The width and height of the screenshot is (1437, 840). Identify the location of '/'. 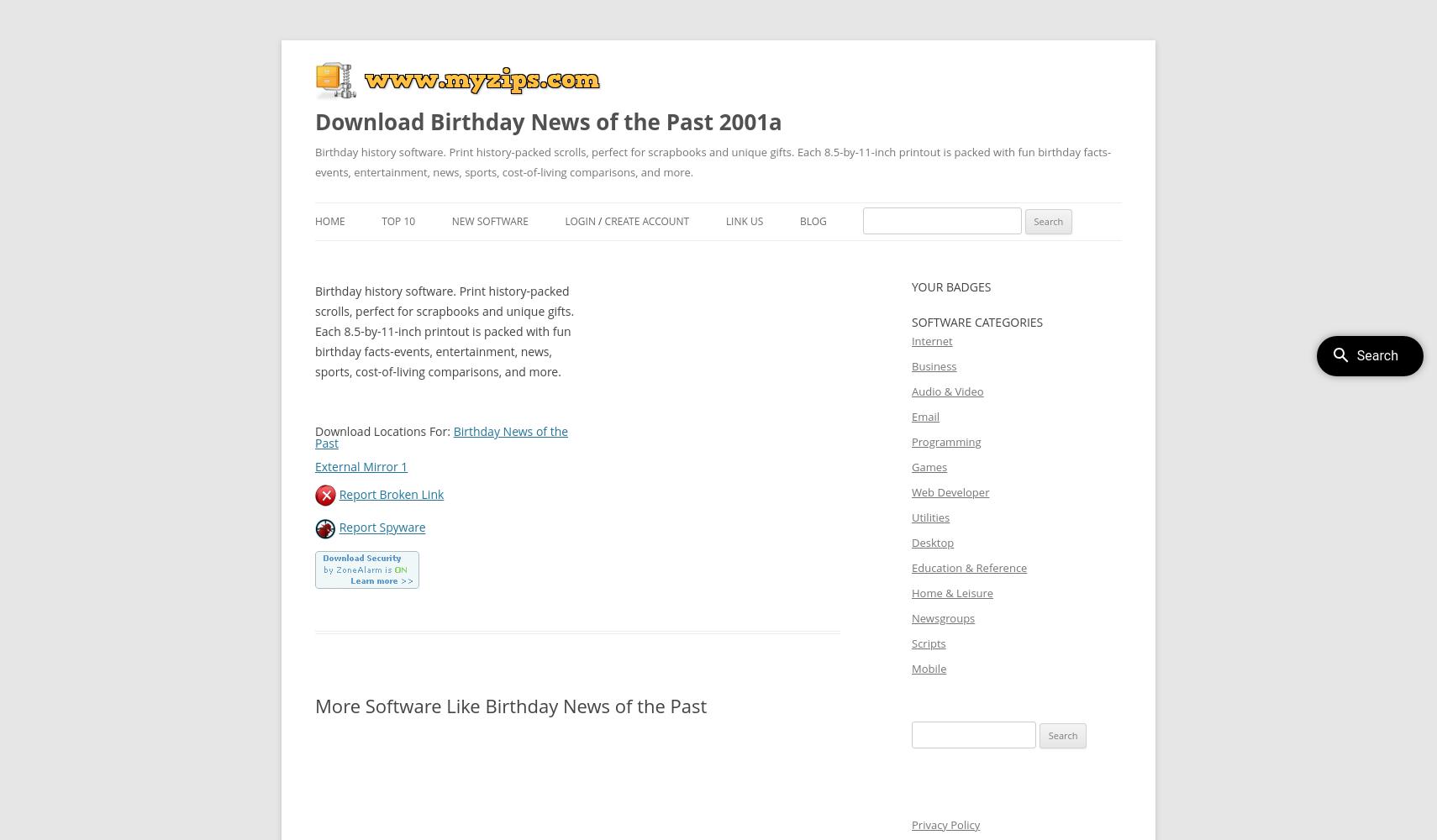
(599, 221).